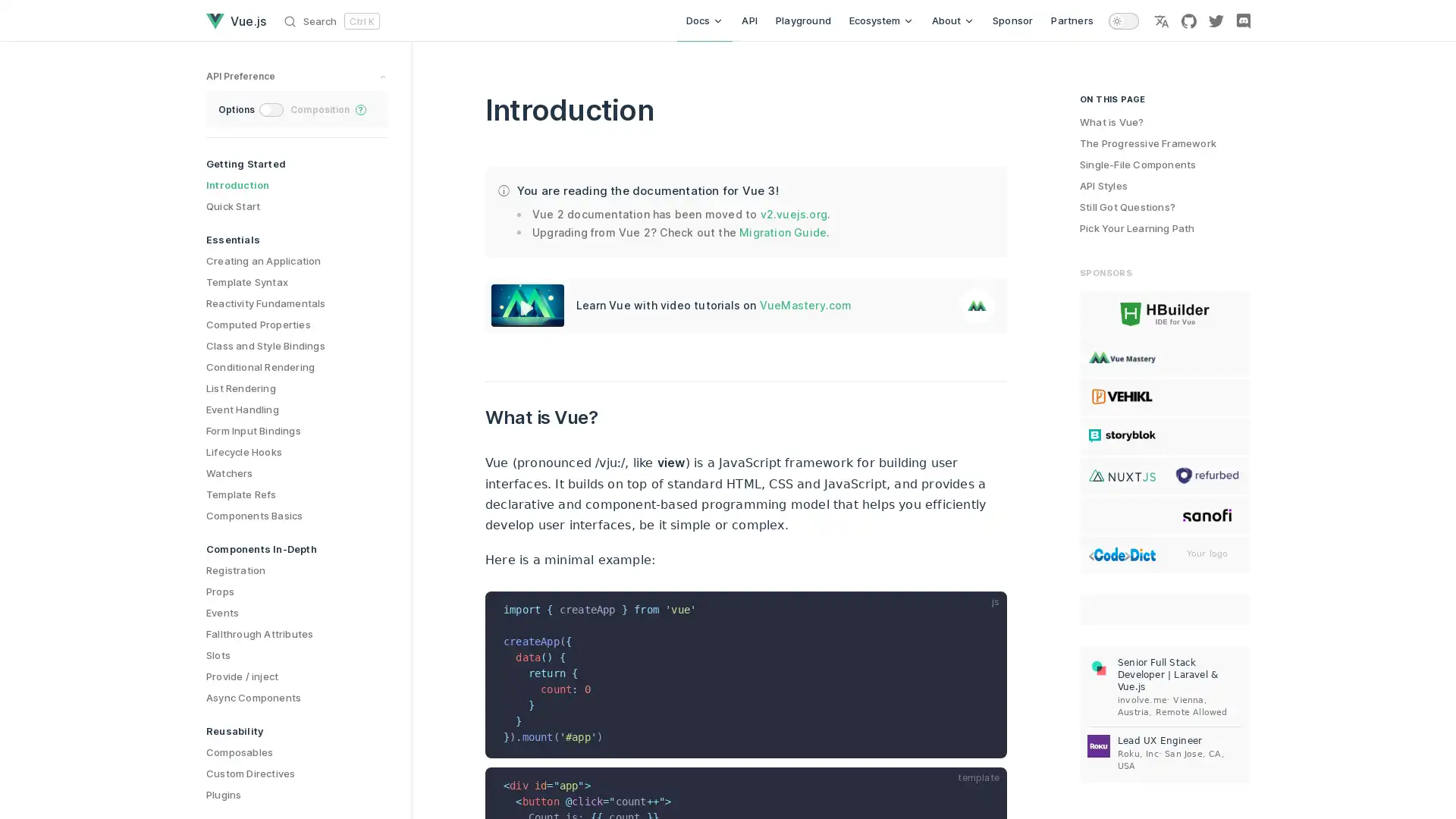 The image size is (1456, 819). What do you see at coordinates (297, 77) in the screenshot?
I see `preference switches toggle` at bounding box center [297, 77].